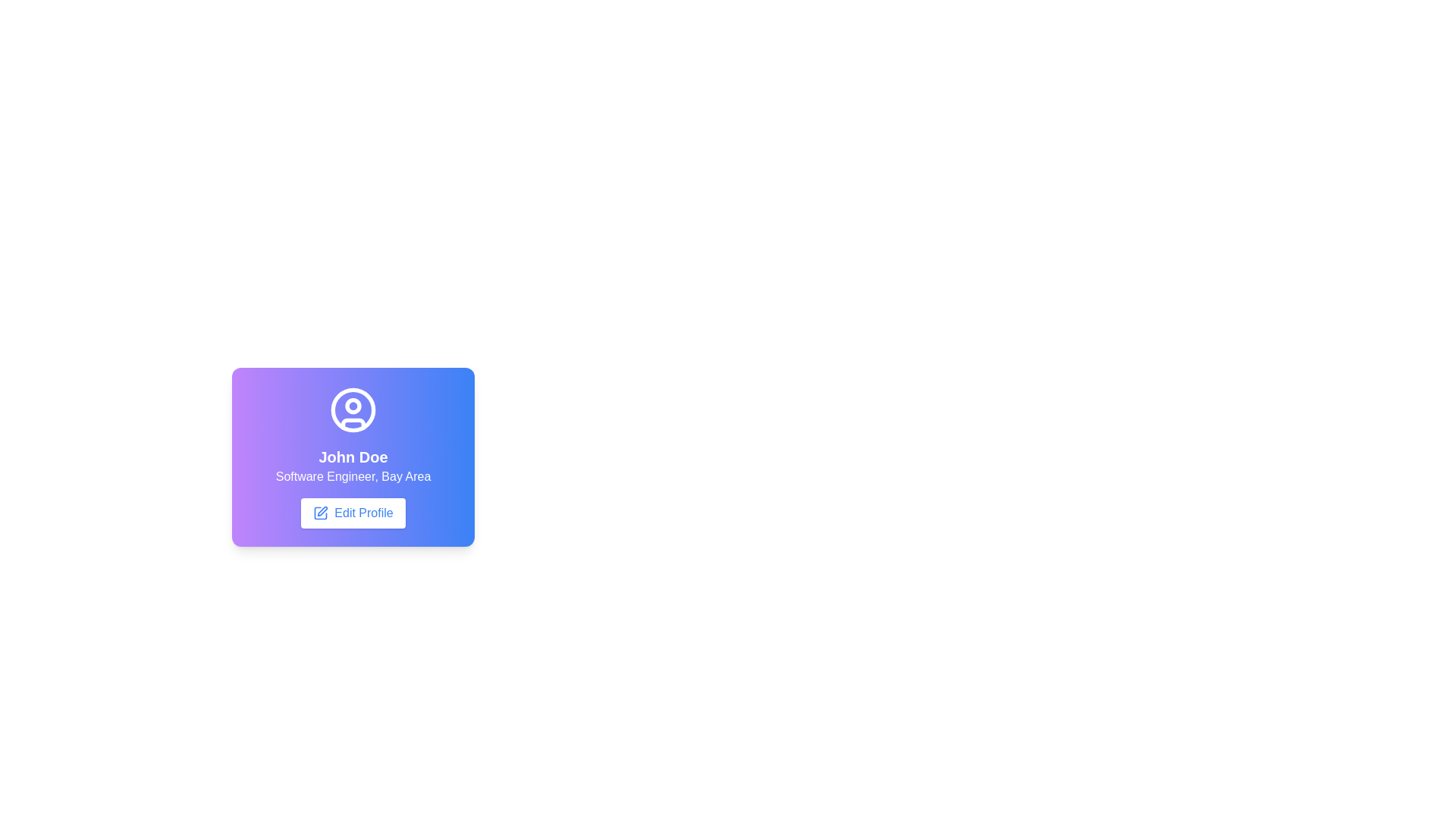 This screenshot has height=819, width=1456. What do you see at coordinates (352, 513) in the screenshot?
I see `the edit button located at the bottom of the profile card, which is centered below the text 'Software Engineer, Bay Area'` at bounding box center [352, 513].